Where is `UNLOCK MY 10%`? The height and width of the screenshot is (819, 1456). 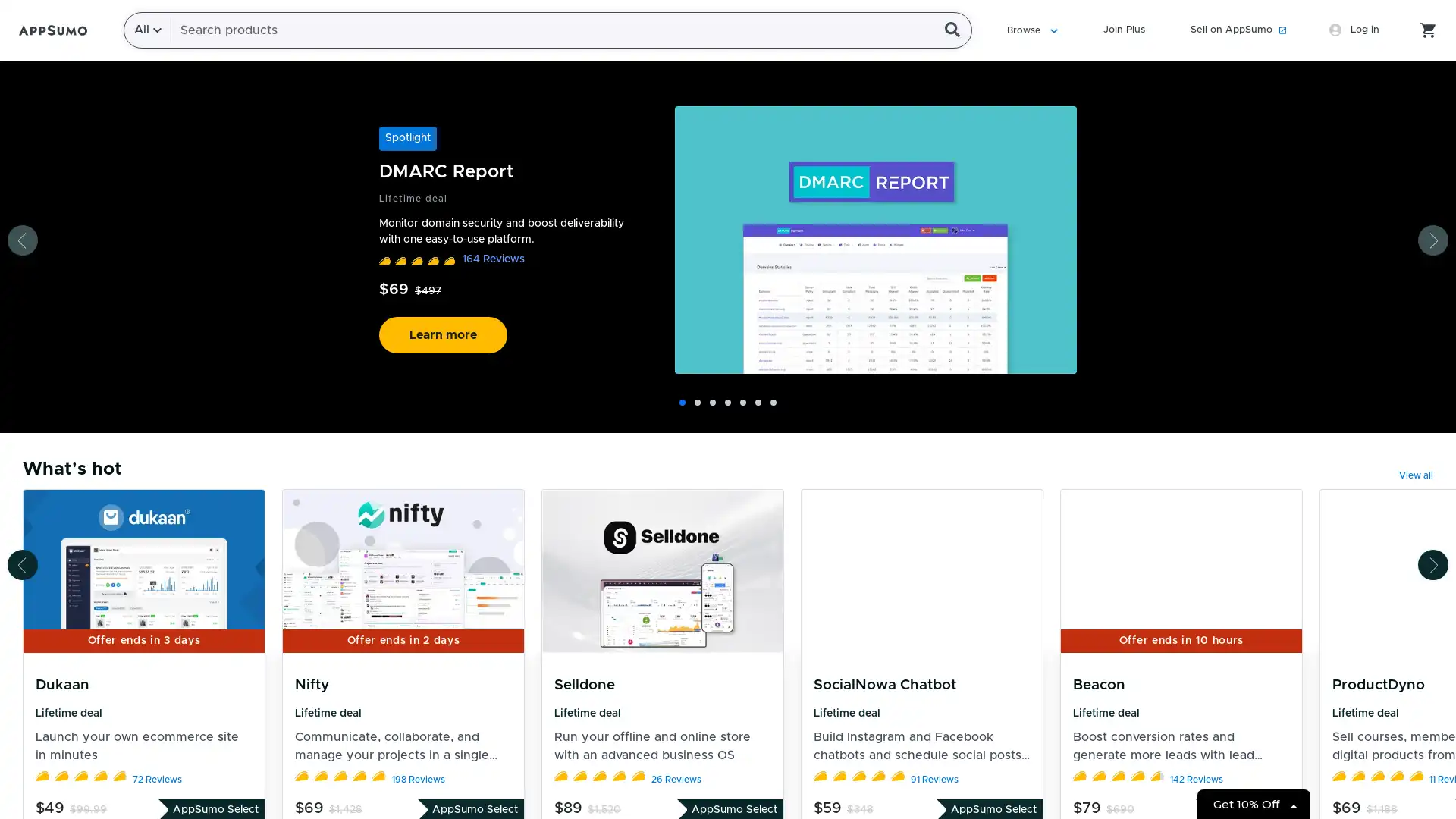 UNLOCK MY 10% is located at coordinates (732, 368).